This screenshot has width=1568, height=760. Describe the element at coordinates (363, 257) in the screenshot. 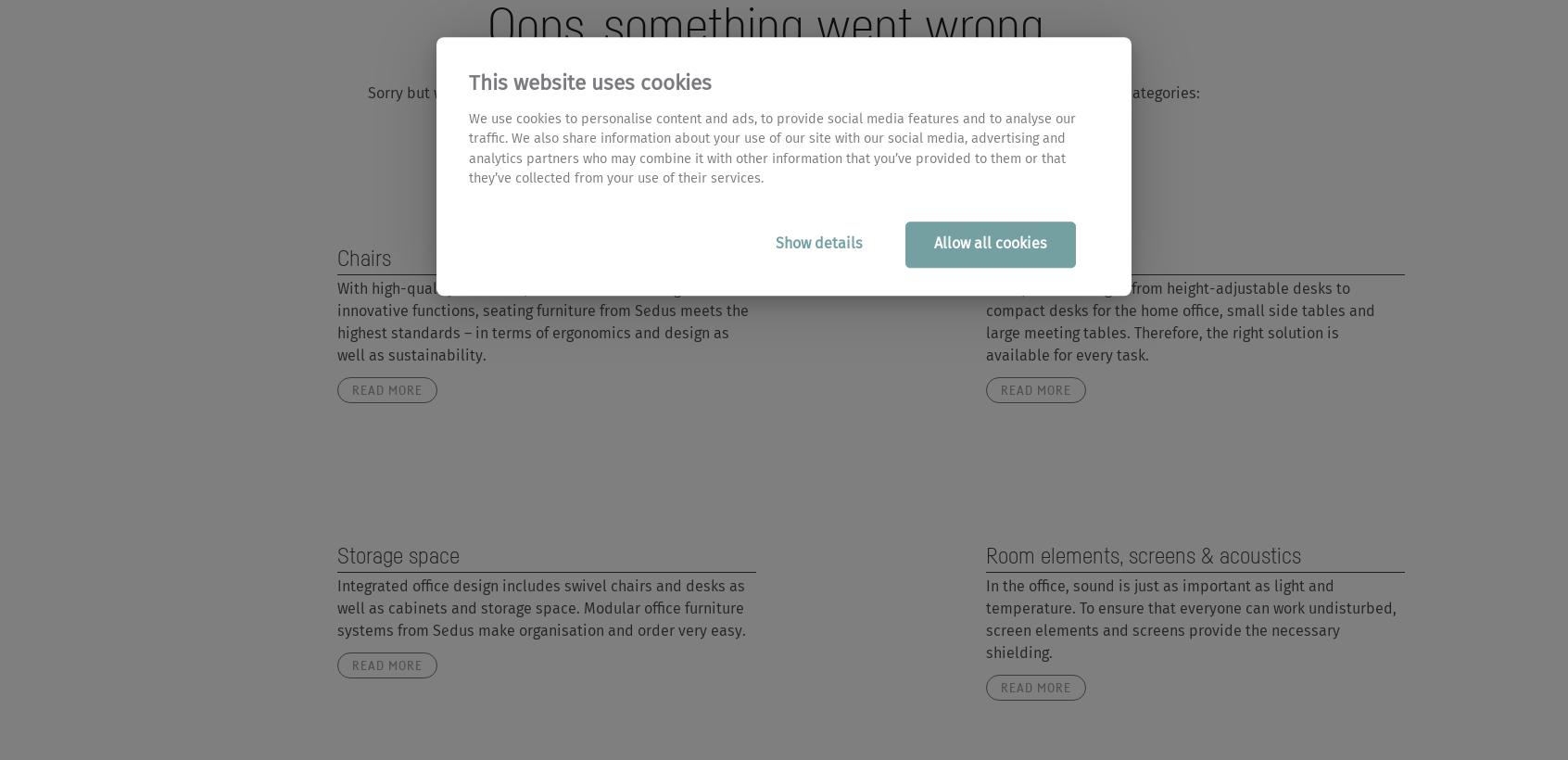

I see `'Chairs'` at that location.